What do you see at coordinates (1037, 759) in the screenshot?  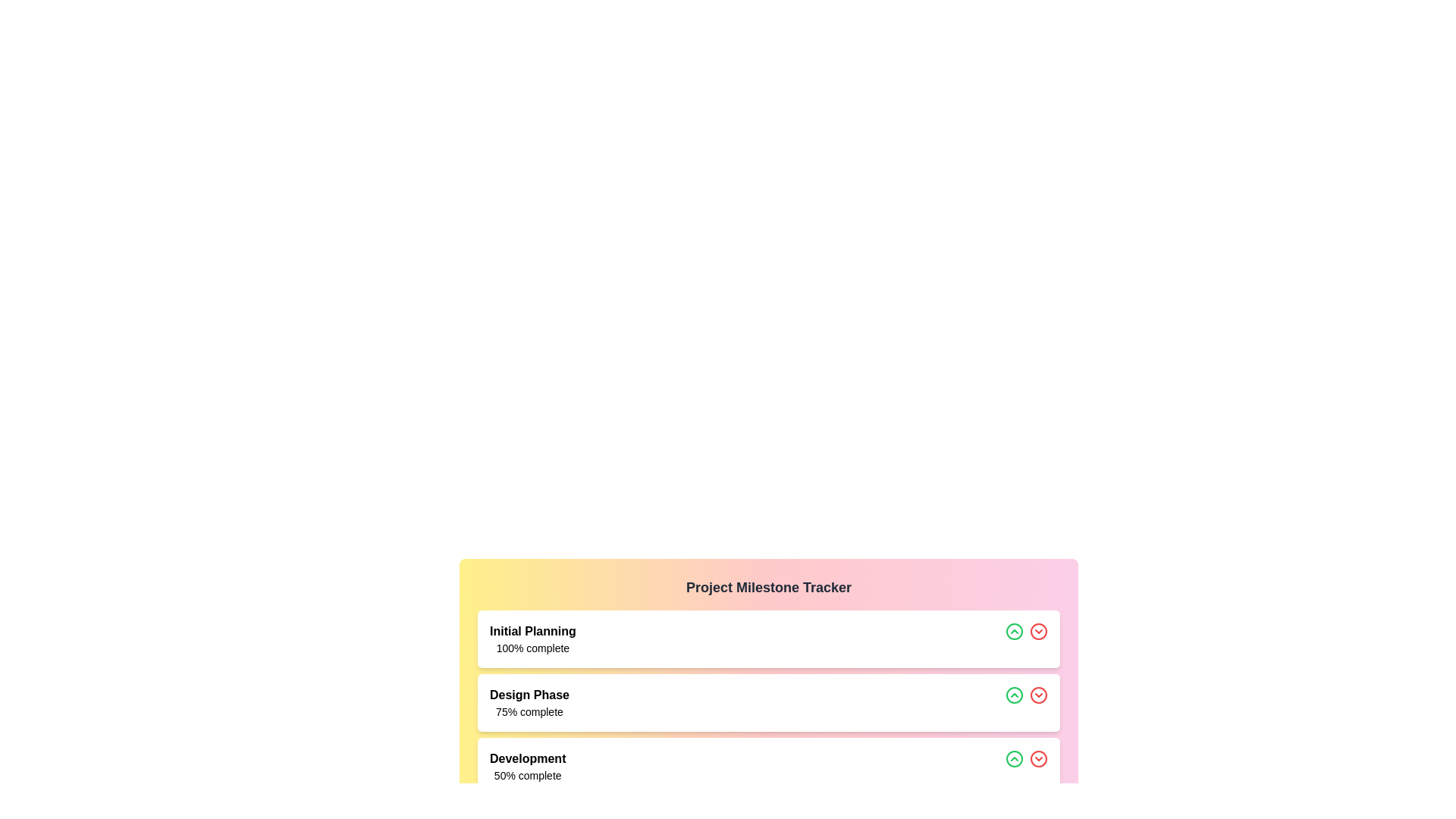 I see `the circular icon with a downward-pointing chevron arrow in red color` at bounding box center [1037, 759].